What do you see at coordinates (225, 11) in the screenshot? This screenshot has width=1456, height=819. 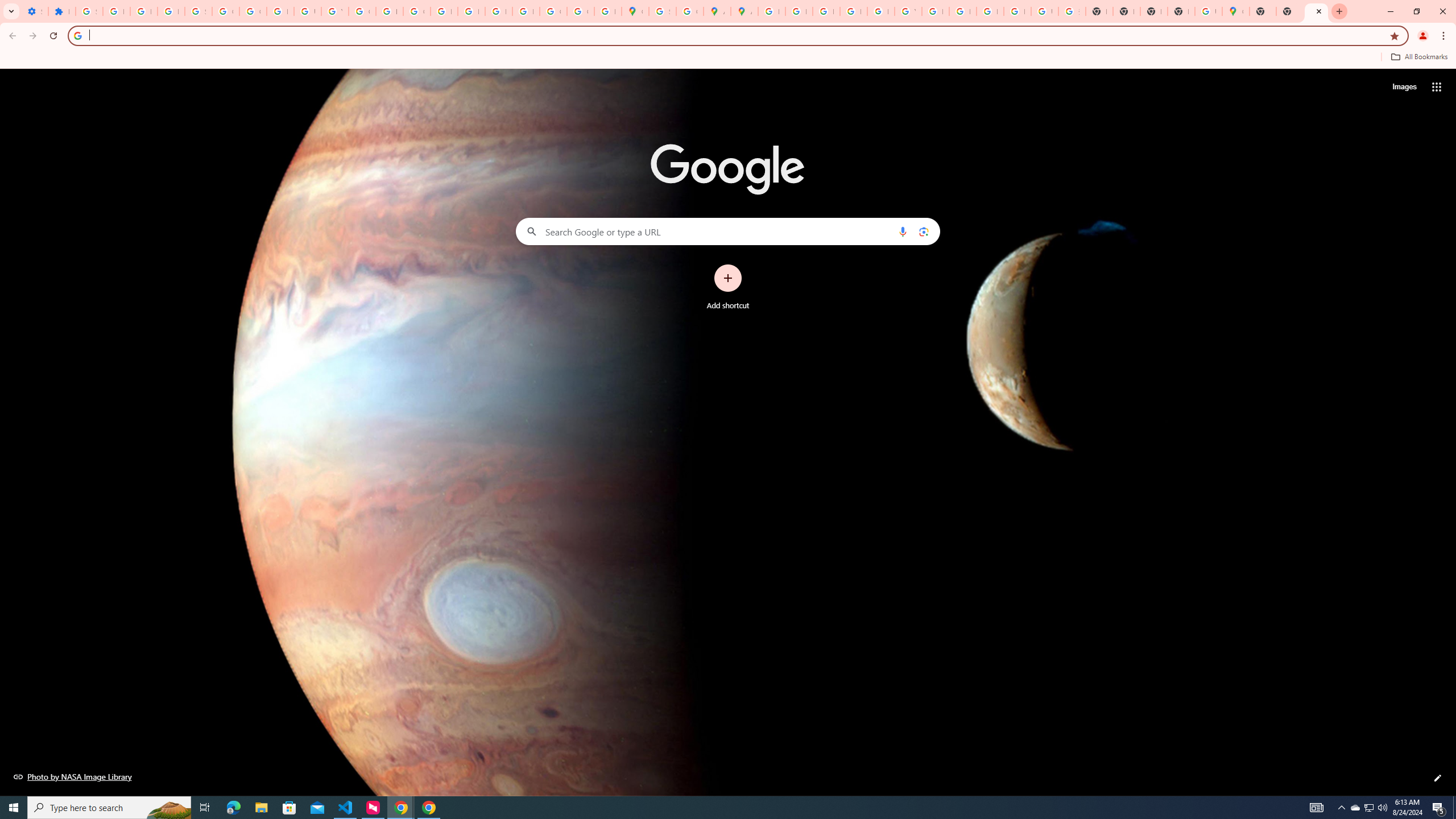 I see `'Google Account Help'` at bounding box center [225, 11].